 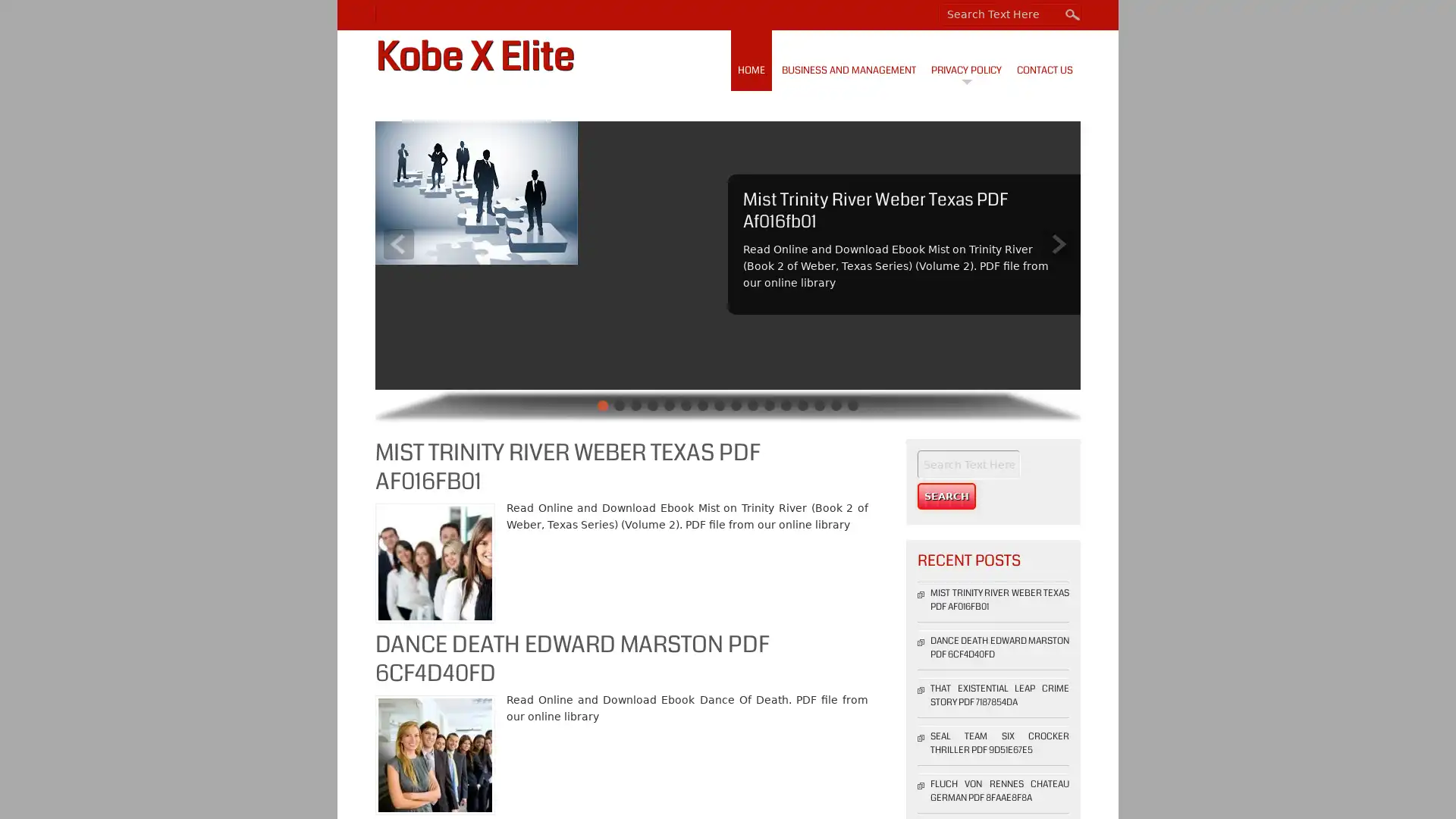 What do you see at coordinates (946, 496) in the screenshot?
I see `Search` at bounding box center [946, 496].